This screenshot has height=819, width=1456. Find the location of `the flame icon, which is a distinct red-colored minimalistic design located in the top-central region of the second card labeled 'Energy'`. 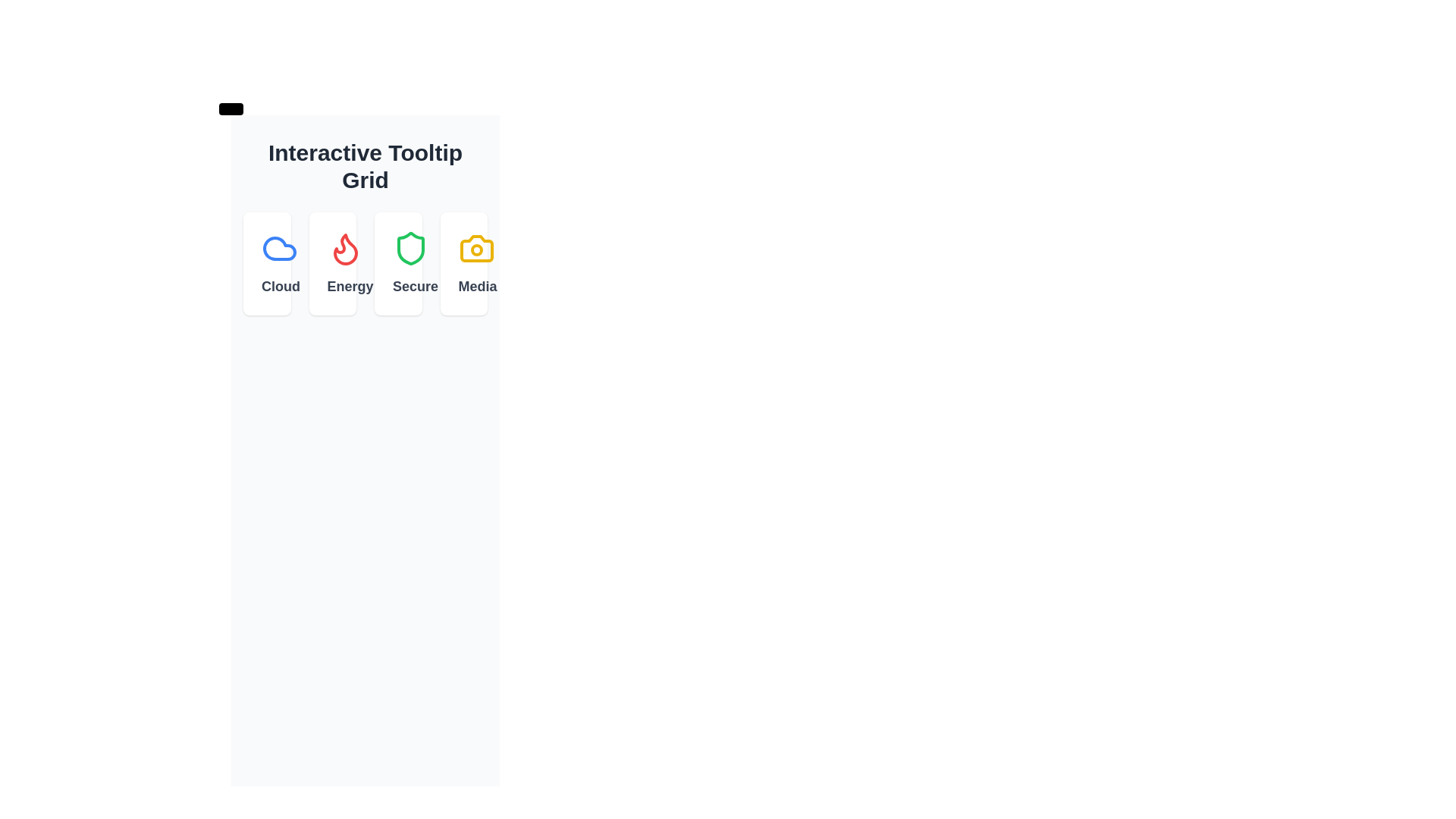

the flame icon, which is a distinct red-colored minimalistic design located in the top-central region of the second card labeled 'Energy' is located at coordinates (344, 248).